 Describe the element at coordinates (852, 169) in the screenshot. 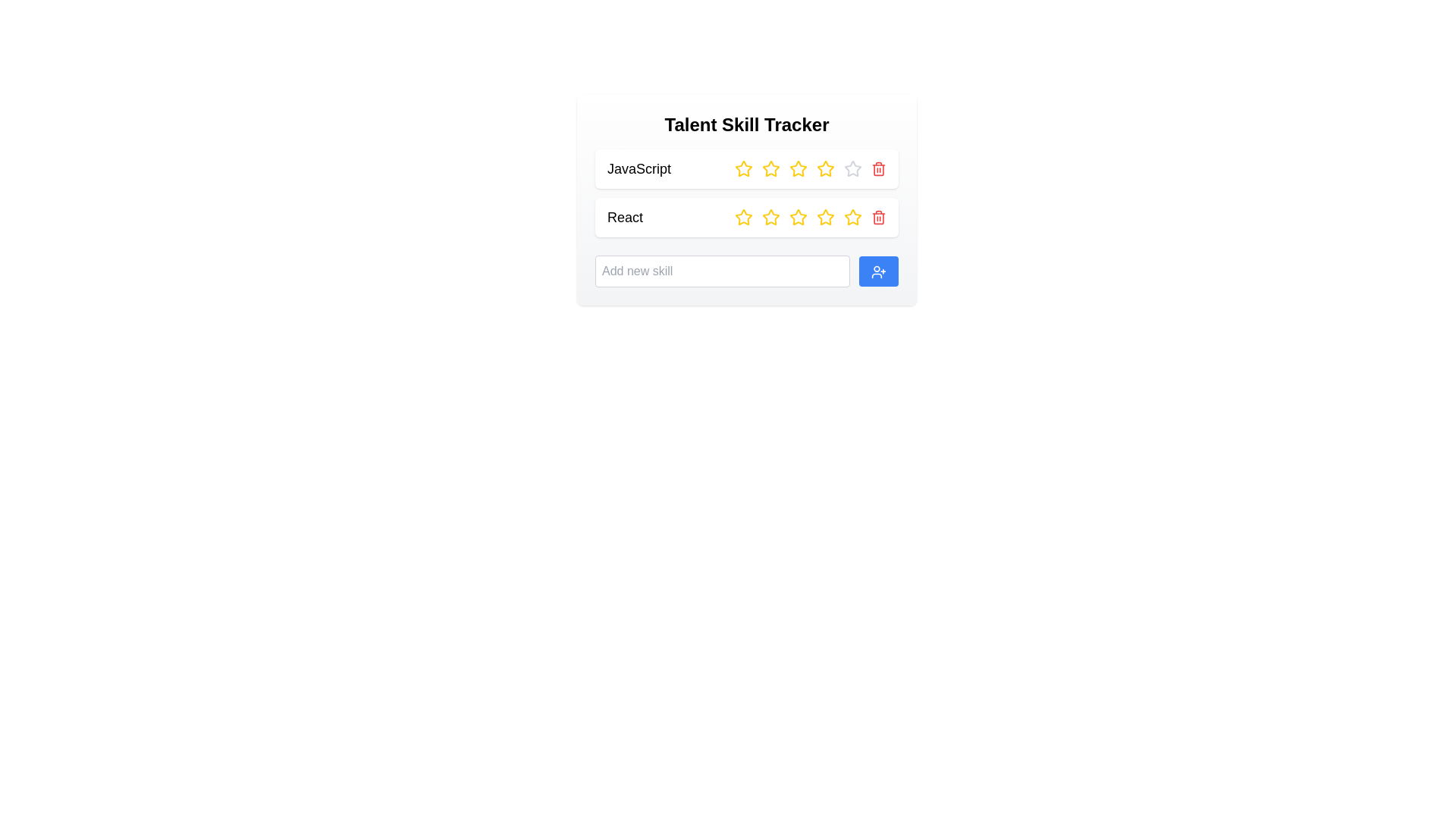

I see `the gray star icon` at that location.